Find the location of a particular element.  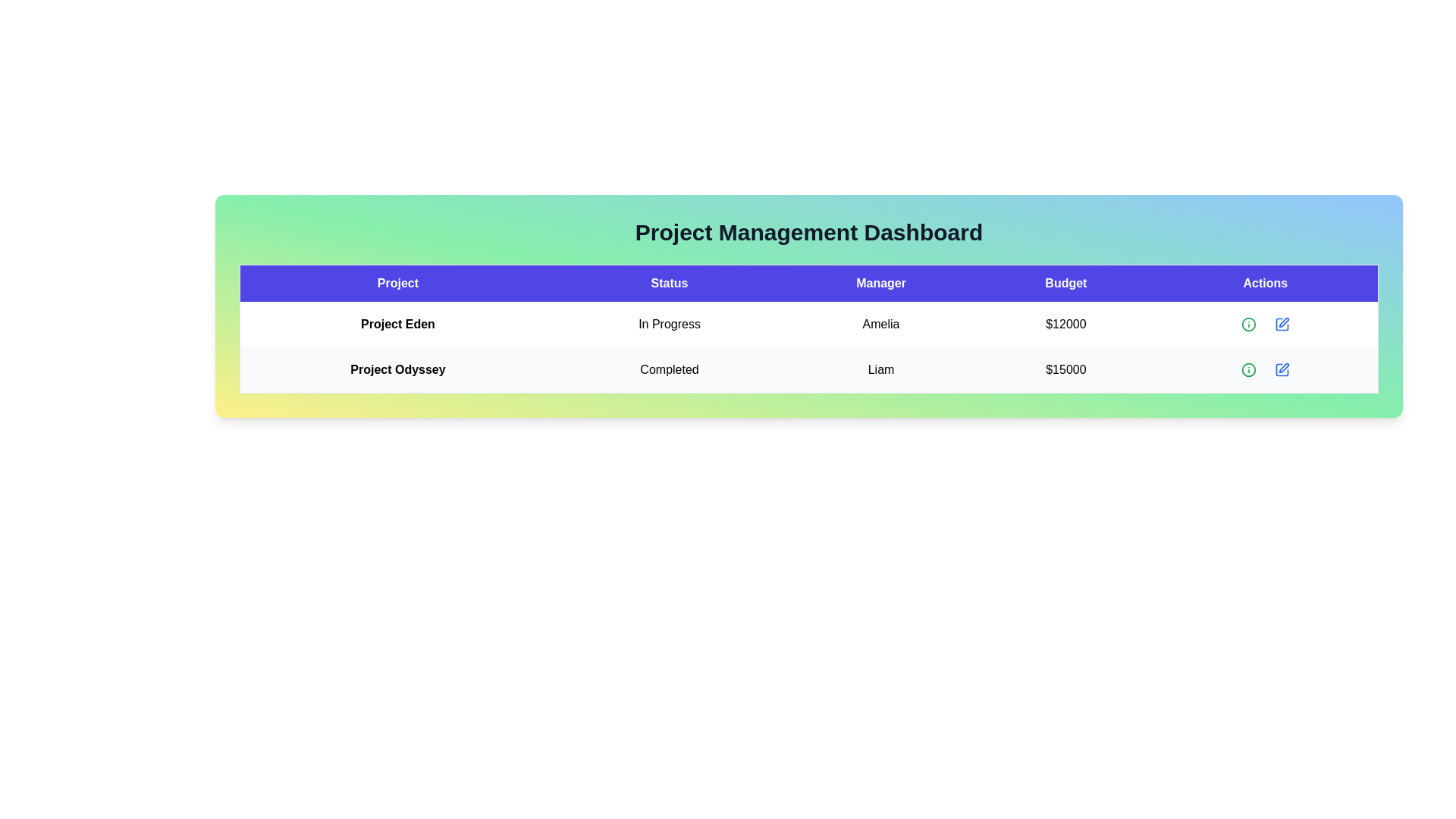

the edit icon located in the 'Actions' column of the second row, positioned to the right of 'Completed' status and 'Liam' is located at coordinates (1283, 368).